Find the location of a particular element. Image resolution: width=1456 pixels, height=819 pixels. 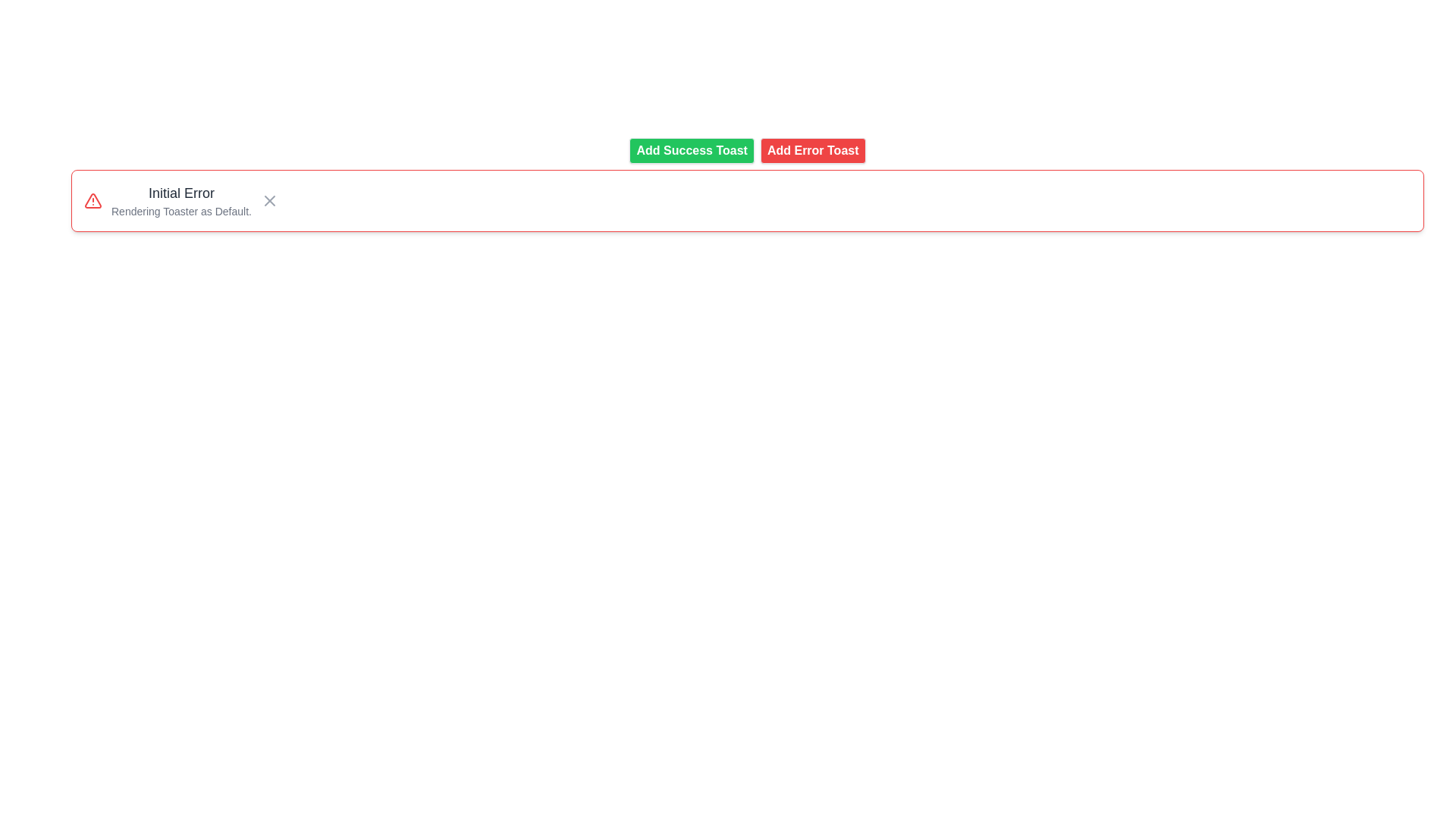

textual information from the Text display, which consists of the title 'Initial Error' and the subtitle 'Rendering Toaster as Default.' is located at coordinates (181, 200).